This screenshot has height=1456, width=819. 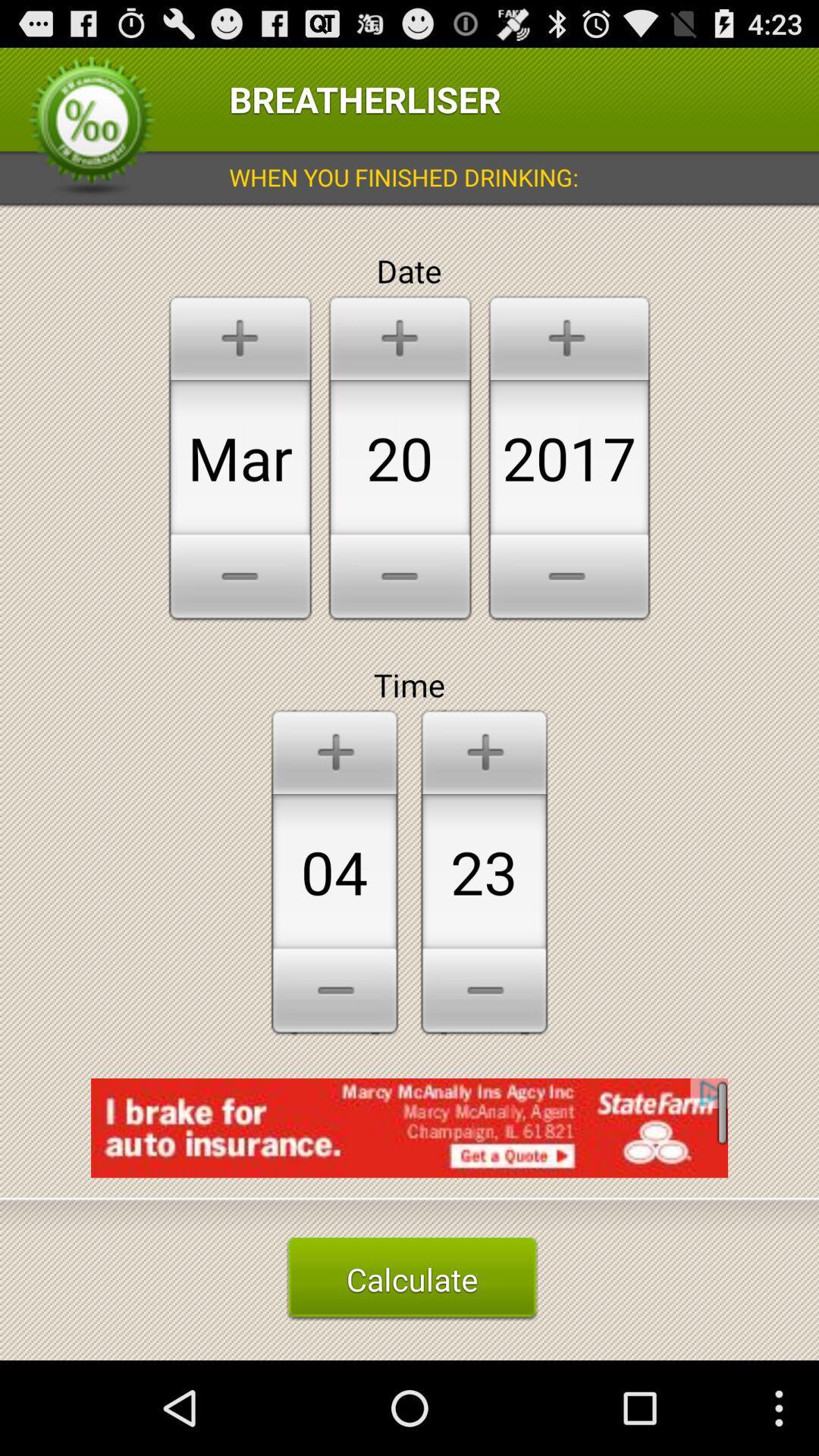 What do you see at coordinates (334, 872) in the screenshot?
I see `first box in time` at bounding box center [334, 872].